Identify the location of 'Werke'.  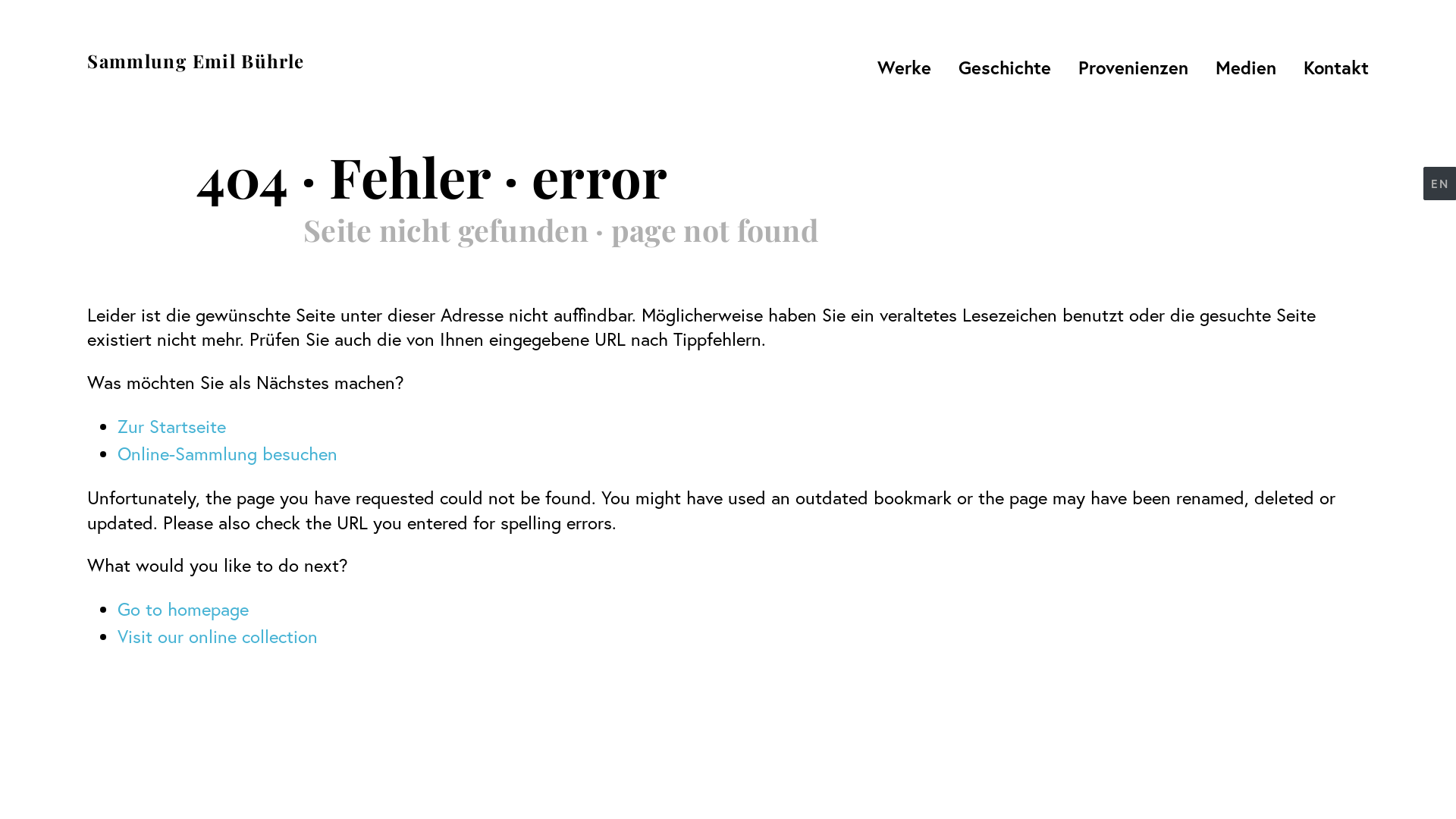
(868, 66).